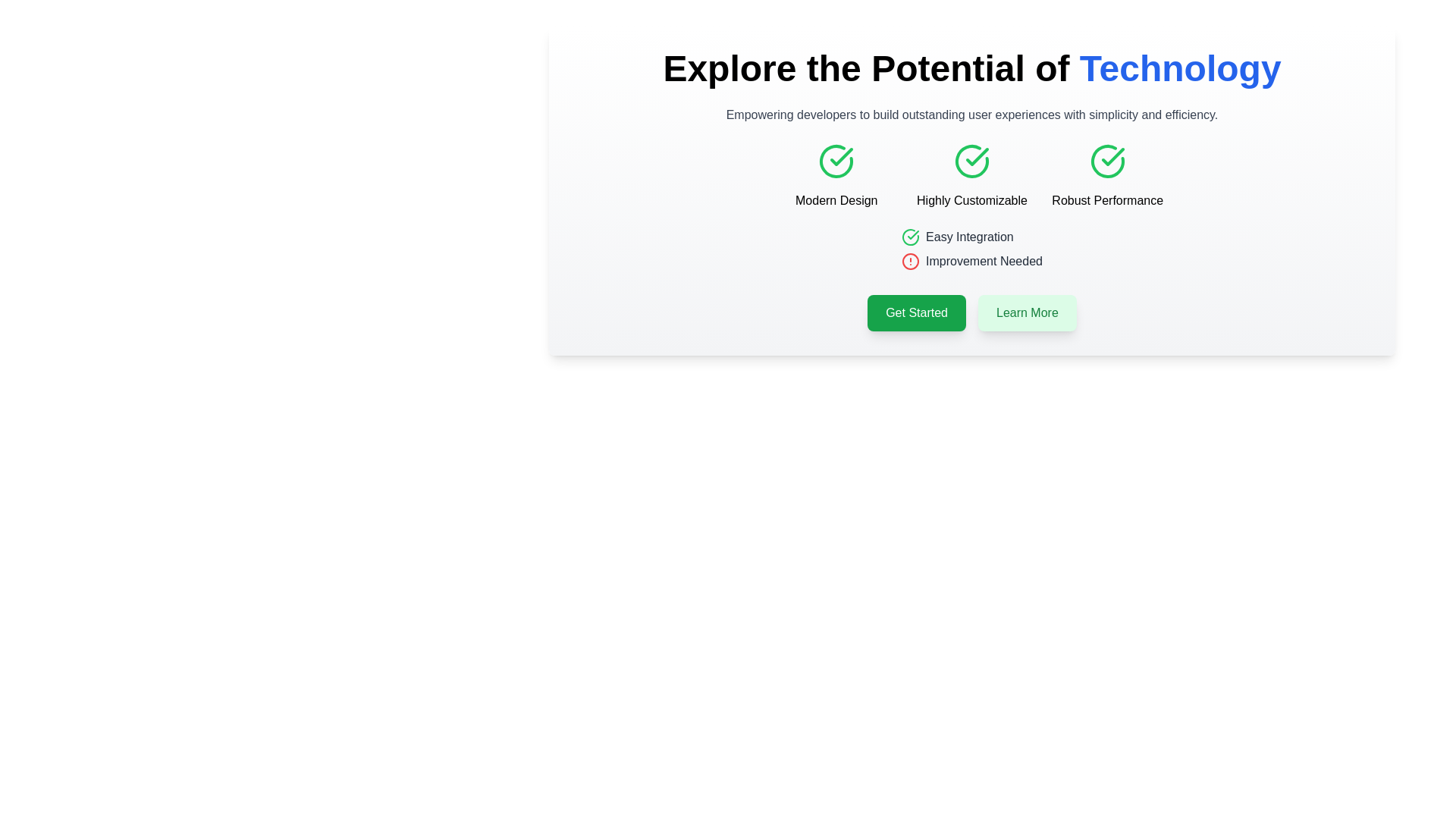  Describe the element at coordinates (971, 251) in the screenshot. I see `the Informational Group element that displays status descriptions, located below the 'Highly Customizable' section and above the 'Get Started' and 'Learn More' buttons` at that location.